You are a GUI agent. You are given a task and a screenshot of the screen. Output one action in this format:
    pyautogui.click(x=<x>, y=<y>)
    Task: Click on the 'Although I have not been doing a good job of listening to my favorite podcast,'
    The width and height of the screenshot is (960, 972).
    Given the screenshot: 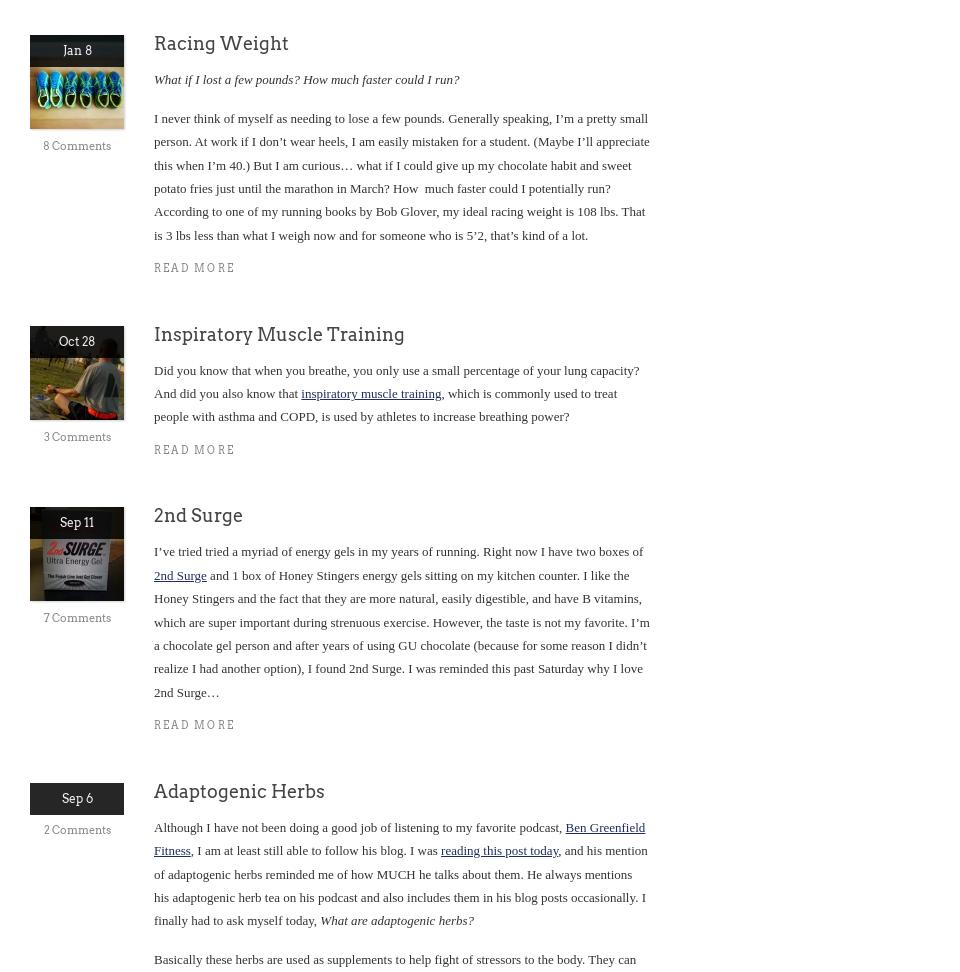 What is the action you would take?
    pyautogui.click(x=359, y=825)
    